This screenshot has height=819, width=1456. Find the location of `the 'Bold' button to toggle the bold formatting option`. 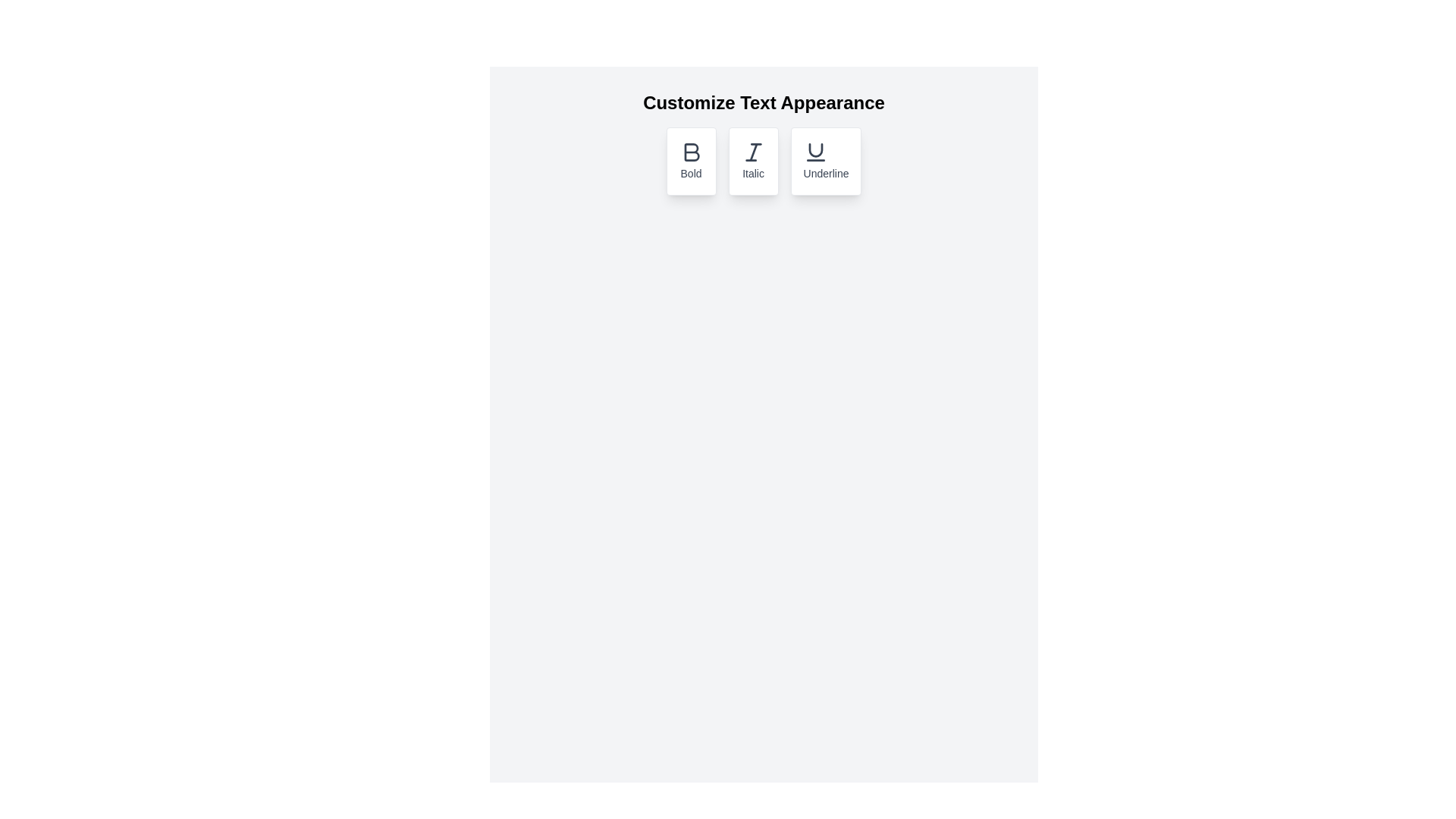

the 'Bold' button to toggle the bold formatting option is located at coordinates (690, 161).